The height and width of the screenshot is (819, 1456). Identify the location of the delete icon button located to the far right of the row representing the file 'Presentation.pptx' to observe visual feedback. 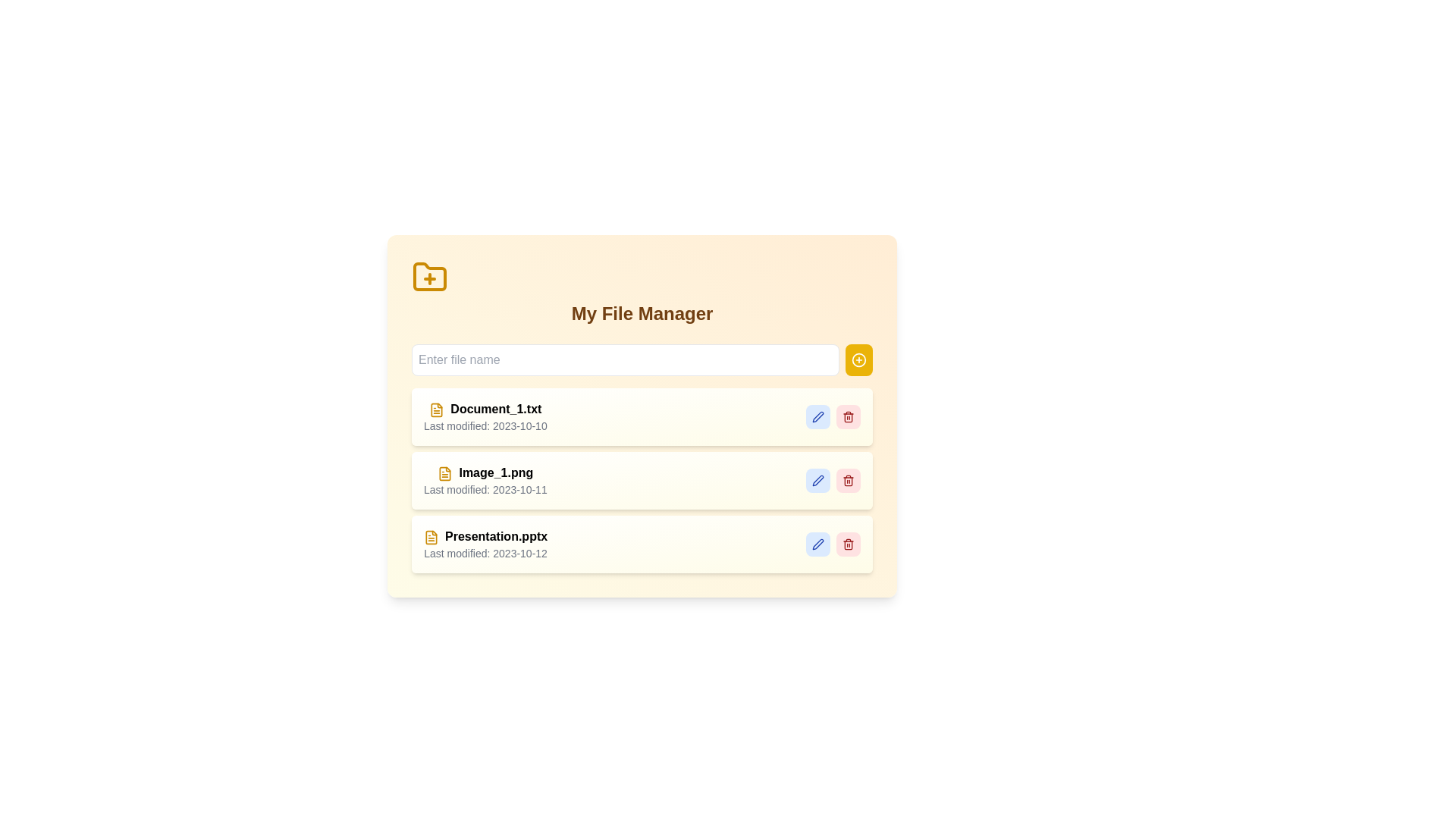
(847, 543).